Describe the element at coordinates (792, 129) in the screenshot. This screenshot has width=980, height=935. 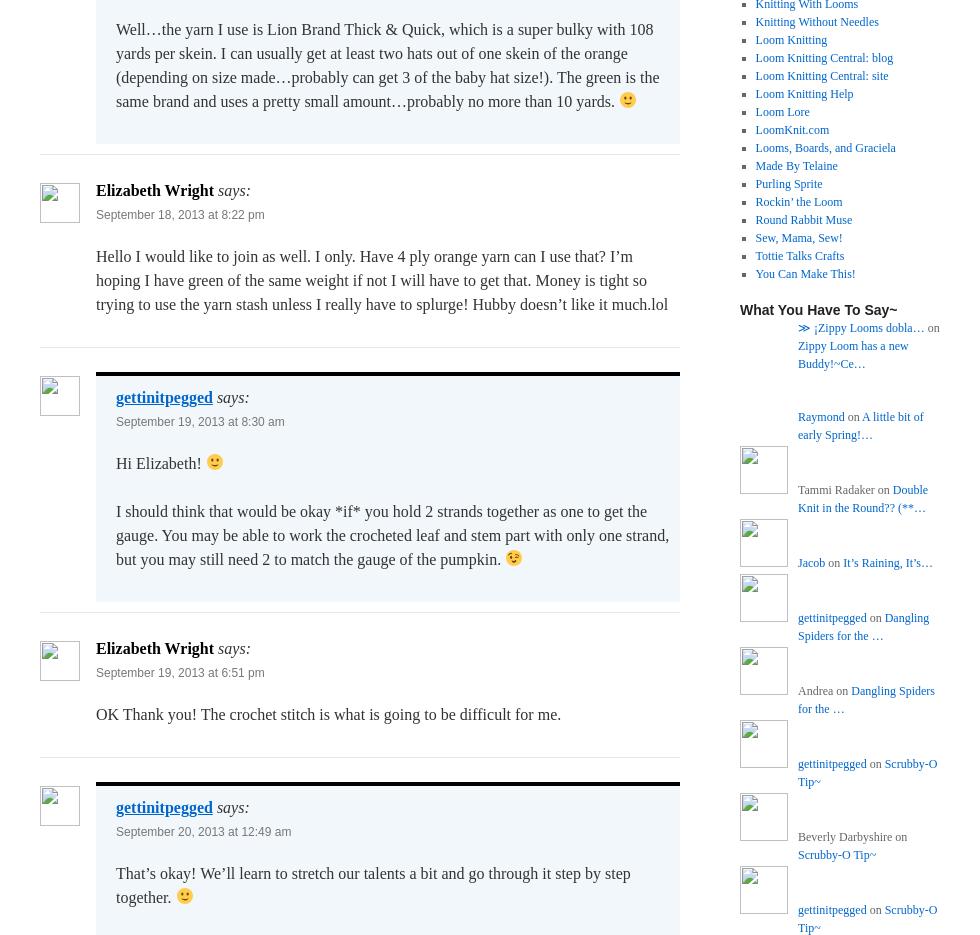
I see `'LoomKnit.com'` at that location.